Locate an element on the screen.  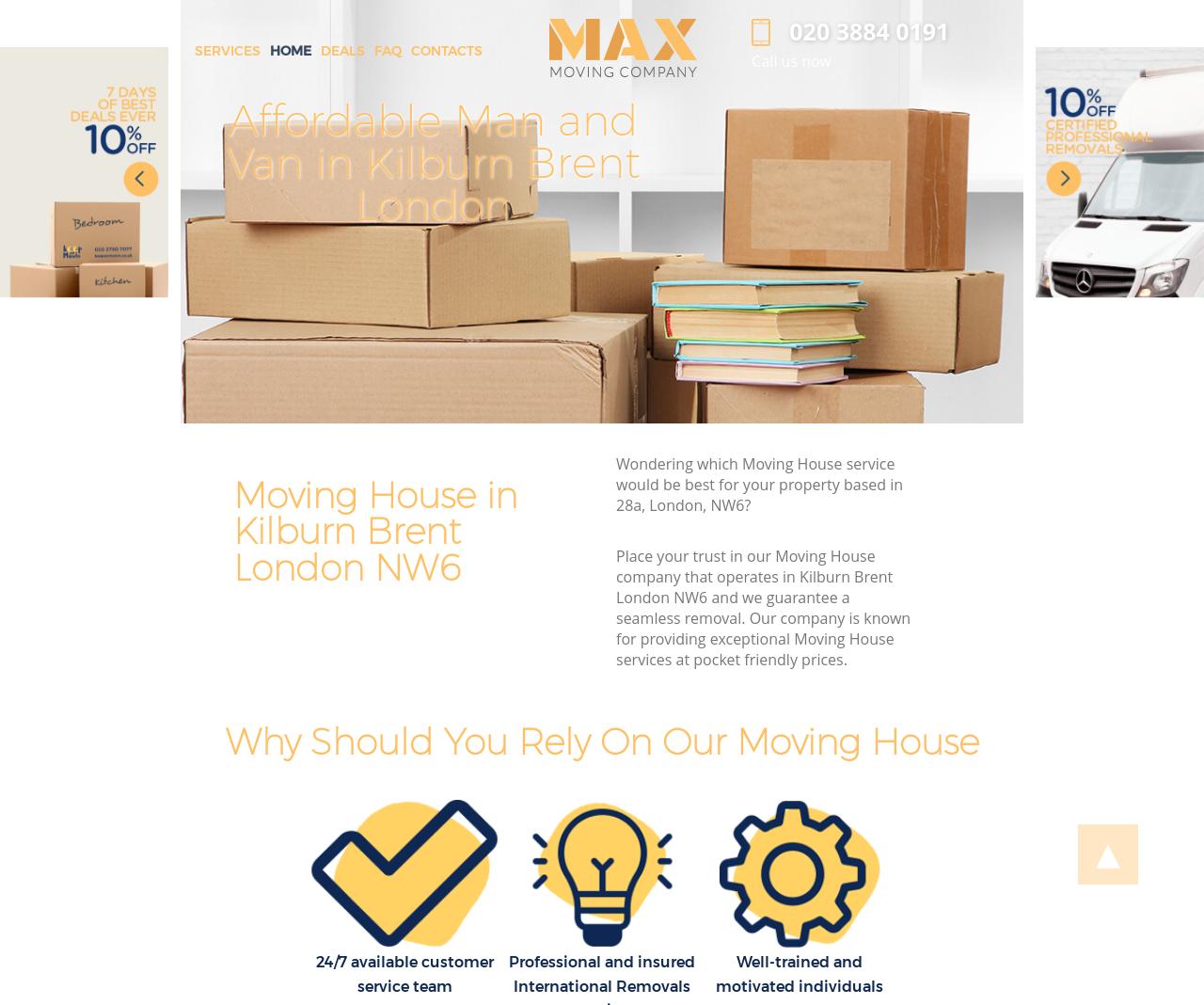
'Professional Removal Van Hire in Kilburn Brent London' is located at coordinates (938, 162).